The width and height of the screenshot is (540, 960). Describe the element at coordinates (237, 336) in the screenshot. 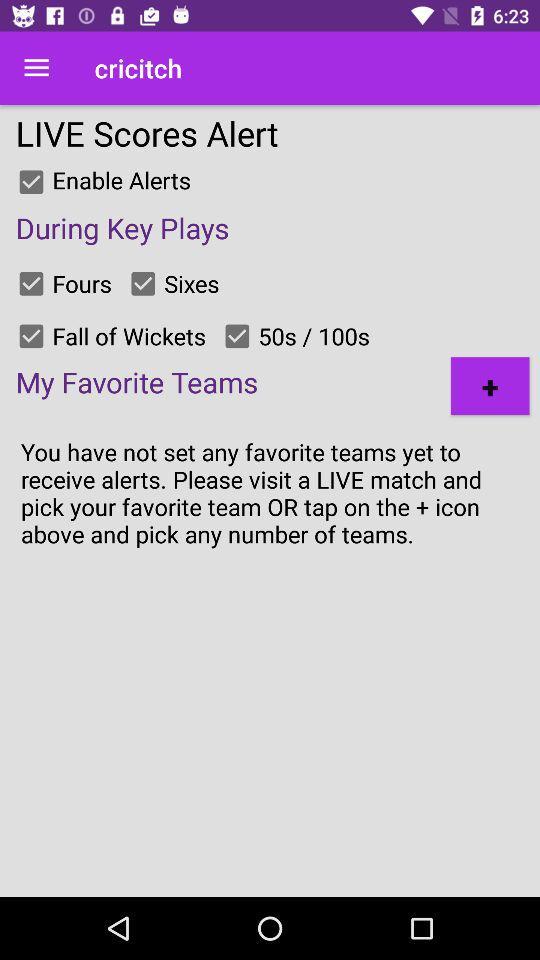

I see `include 50's/100s in live score alerts` at that location.